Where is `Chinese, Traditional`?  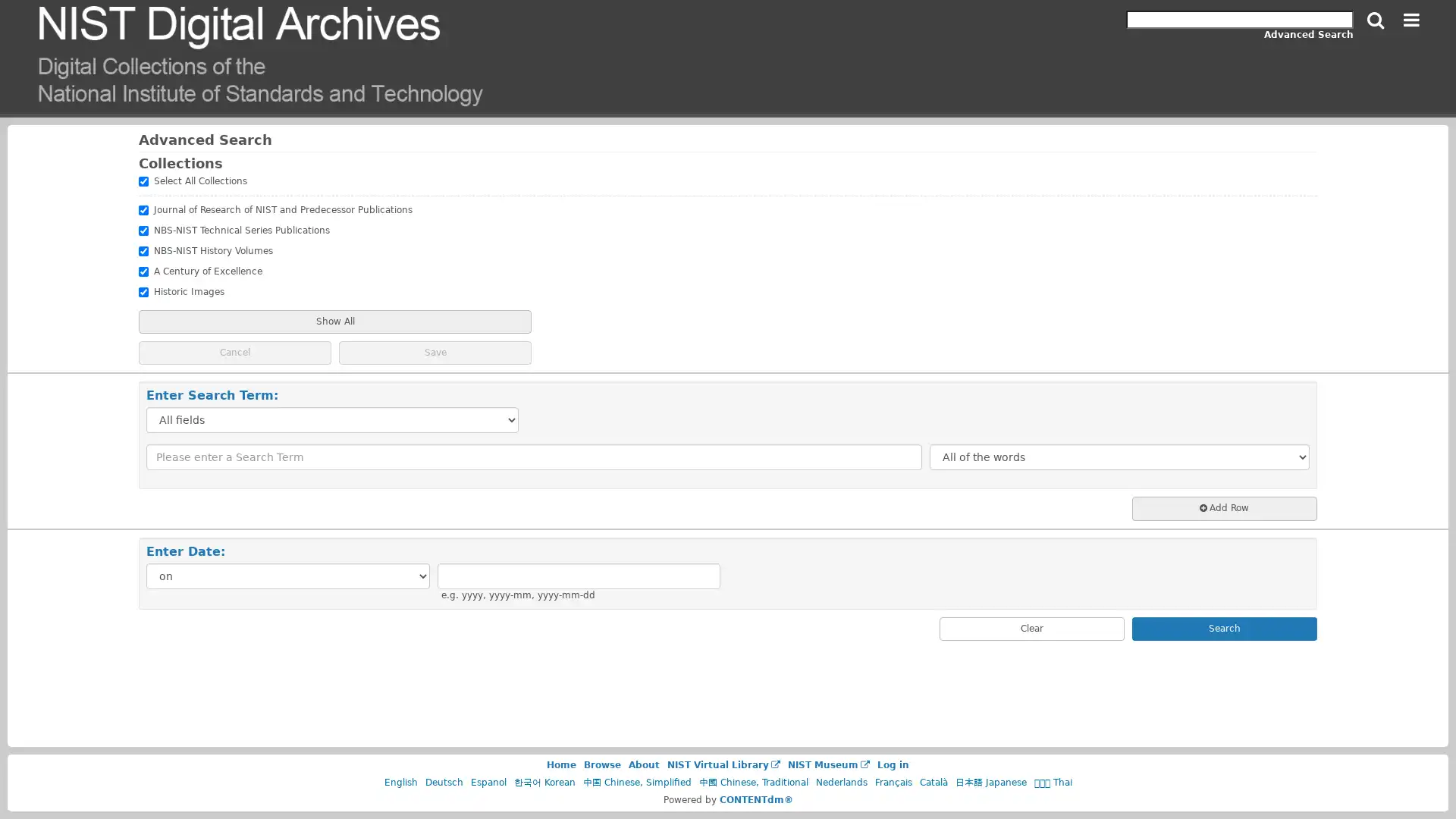
Chinese, Traditional is located at coordinates (753, 783).